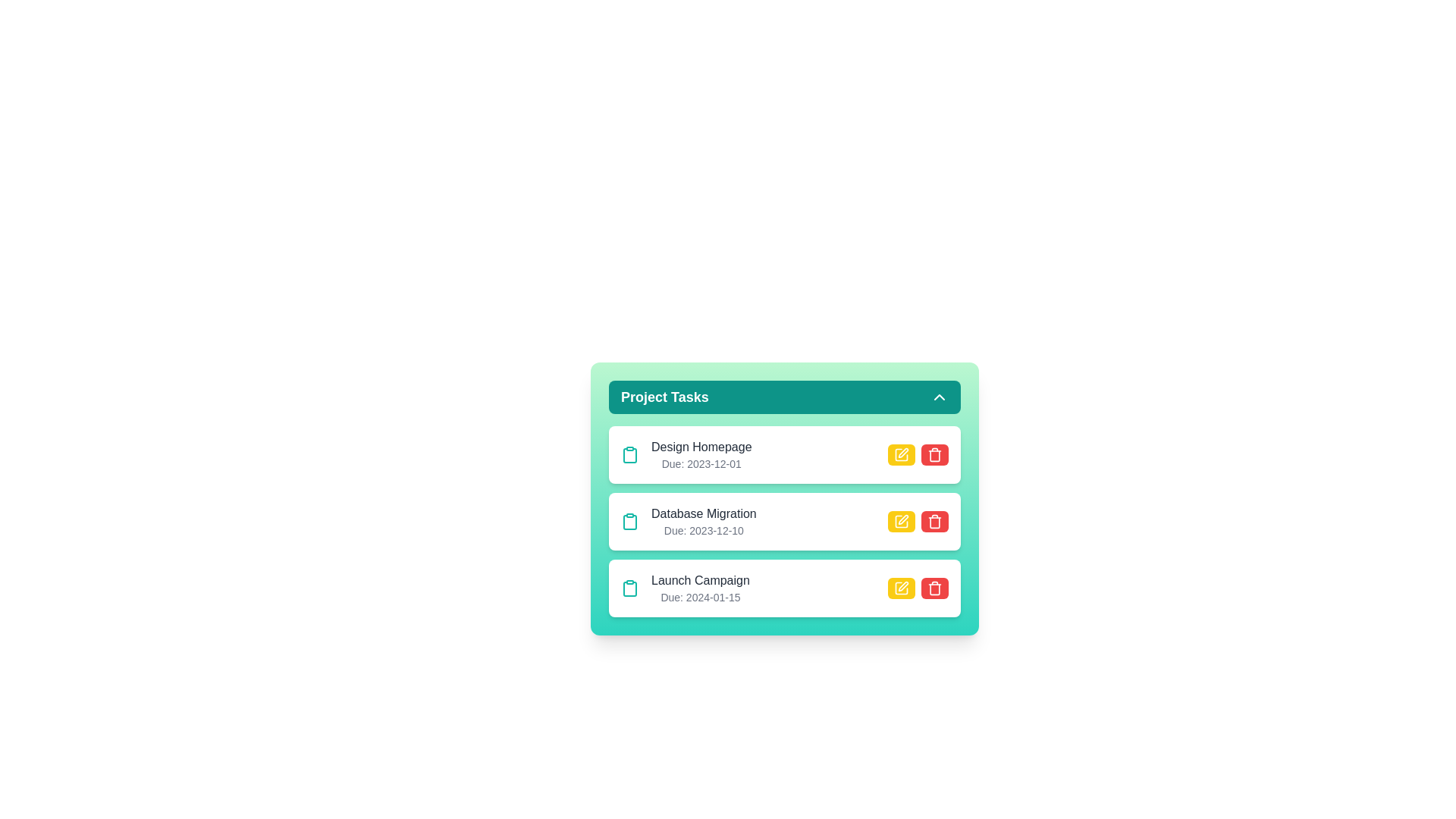 This screenshot has width=1456, height=819. Describe the element at coordinates (902, 587) in the screenshot. I see `the edit button for the task titled 'Launch Campaign'` at that location.